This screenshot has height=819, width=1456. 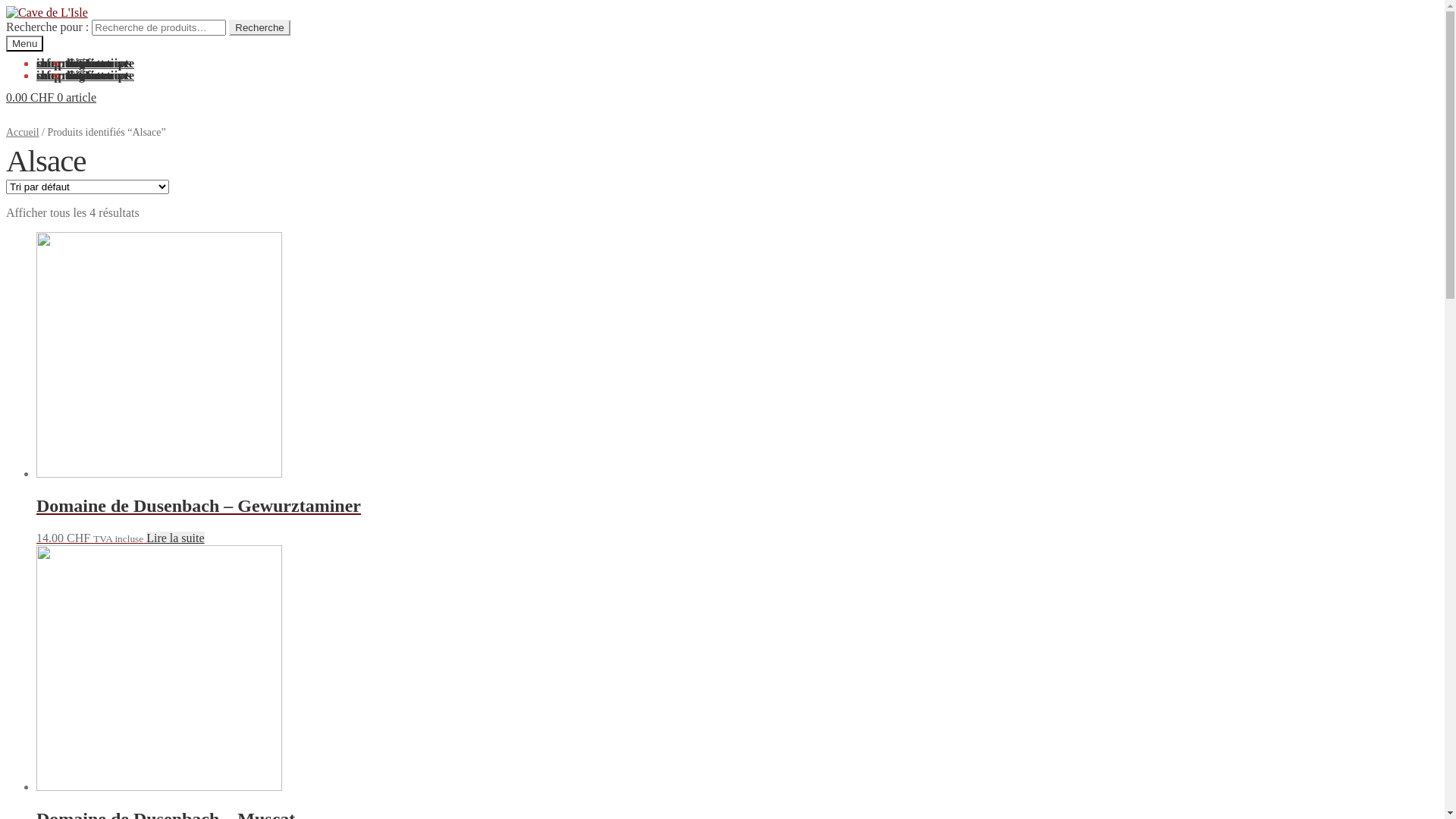 What do you see at coordinates (79, 62) in the screenshot?
I see `'CGV'` at bounding box center [79, 62].